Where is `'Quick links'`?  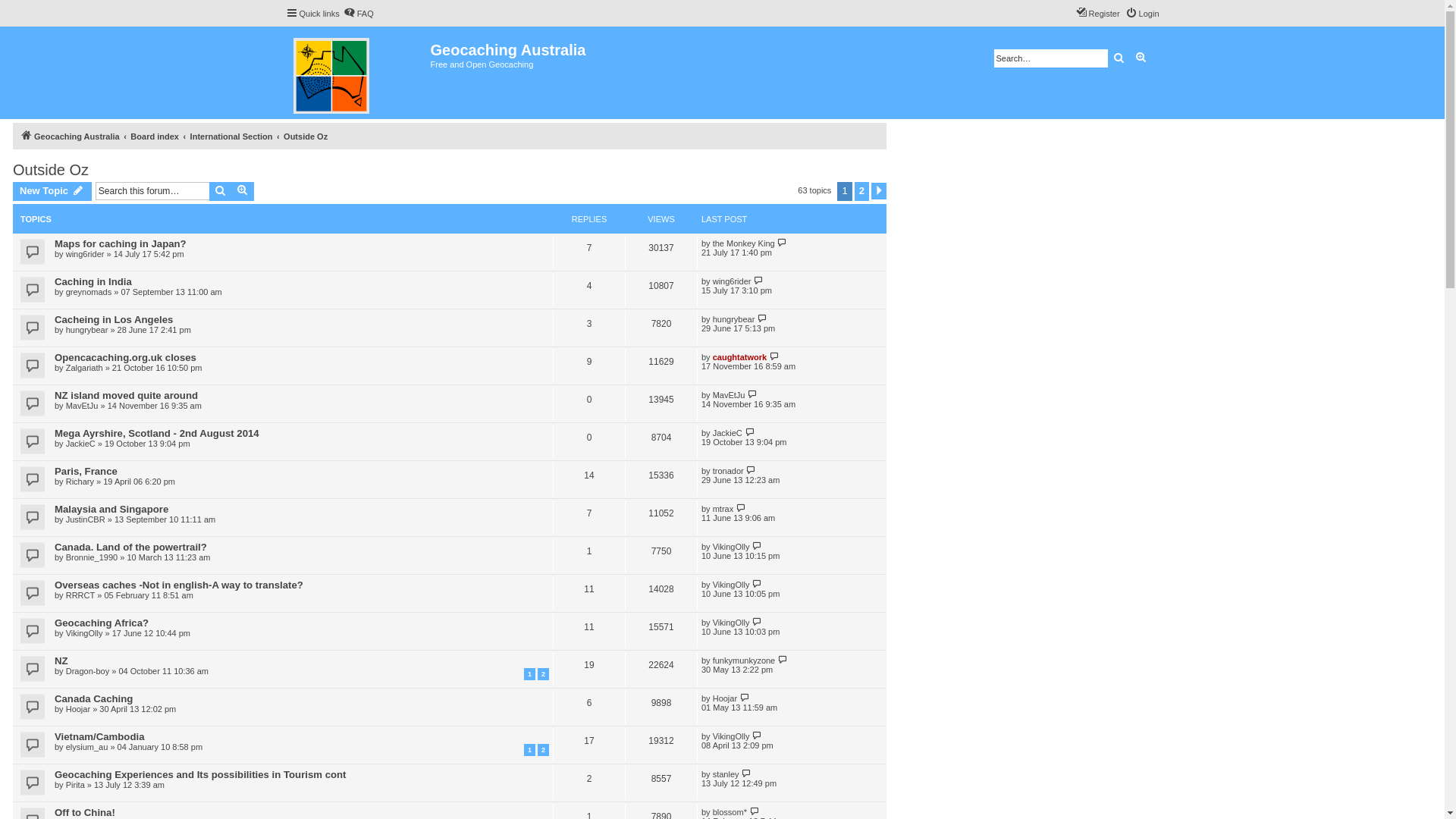
'Quick links' is located at coordinates (311, 14).